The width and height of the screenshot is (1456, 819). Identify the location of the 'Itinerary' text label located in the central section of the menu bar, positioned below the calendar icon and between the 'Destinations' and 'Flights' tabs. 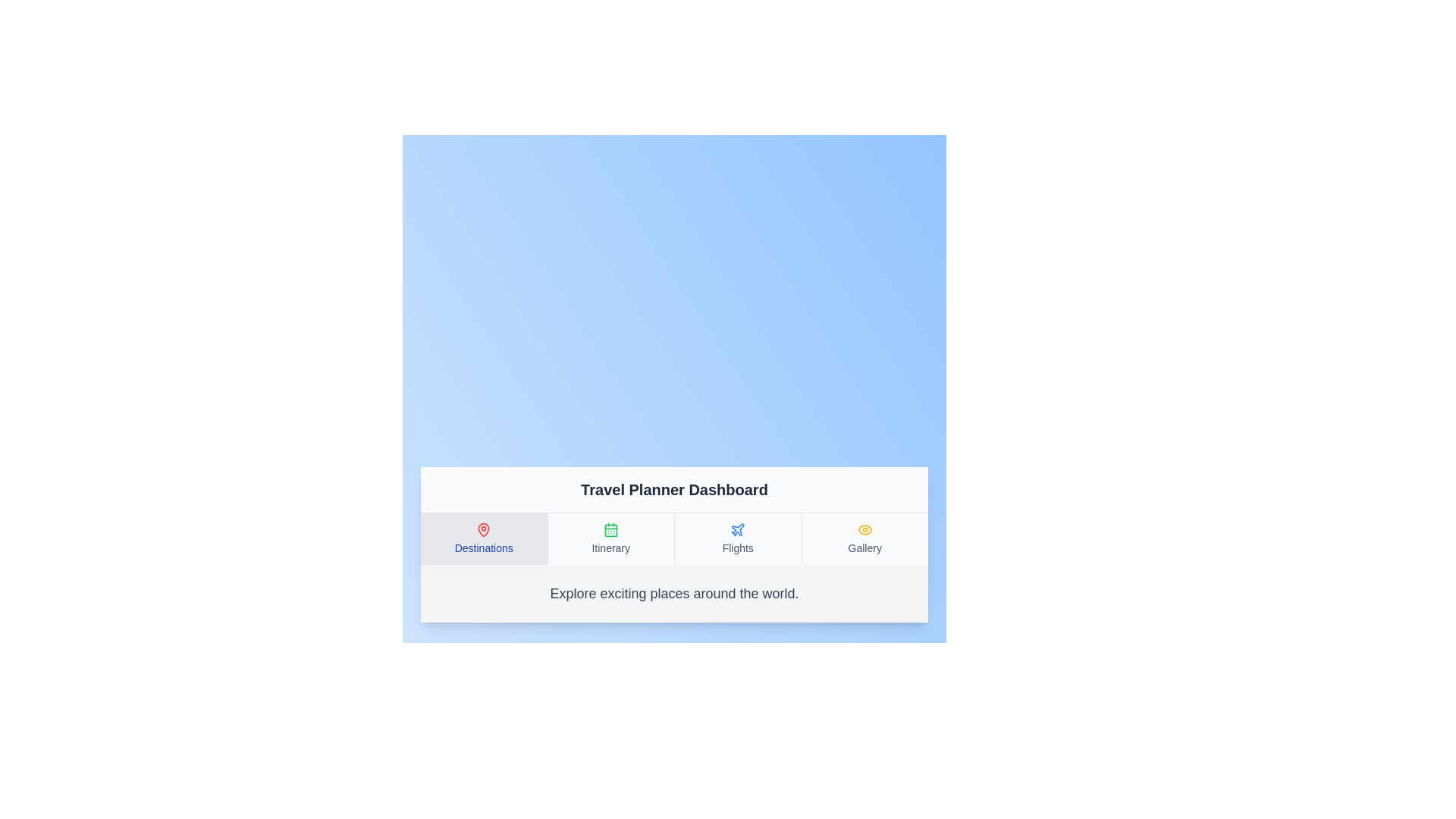
(610, 548).